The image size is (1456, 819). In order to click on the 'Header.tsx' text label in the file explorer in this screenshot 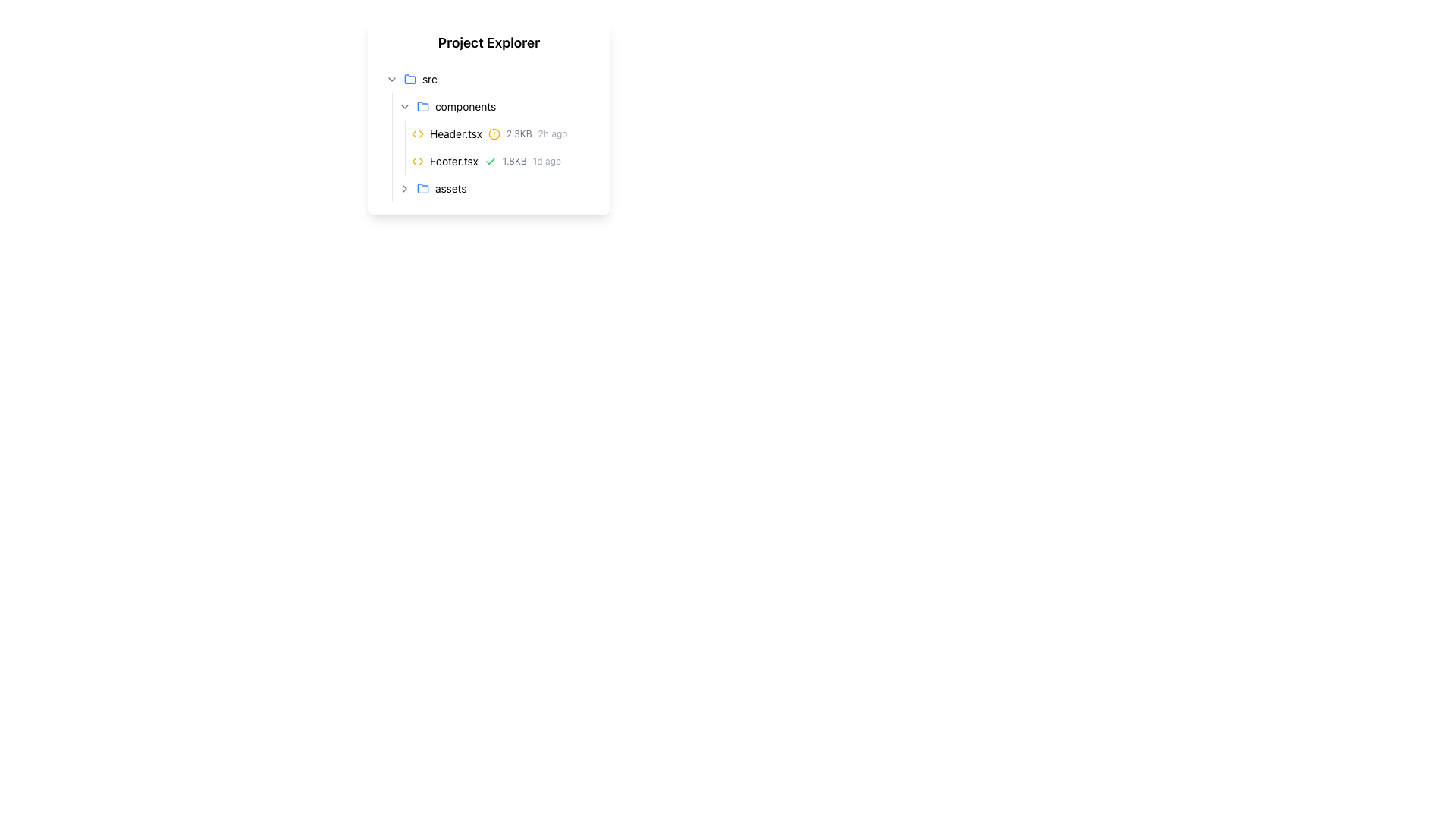, I will do `click(455, 133)`.